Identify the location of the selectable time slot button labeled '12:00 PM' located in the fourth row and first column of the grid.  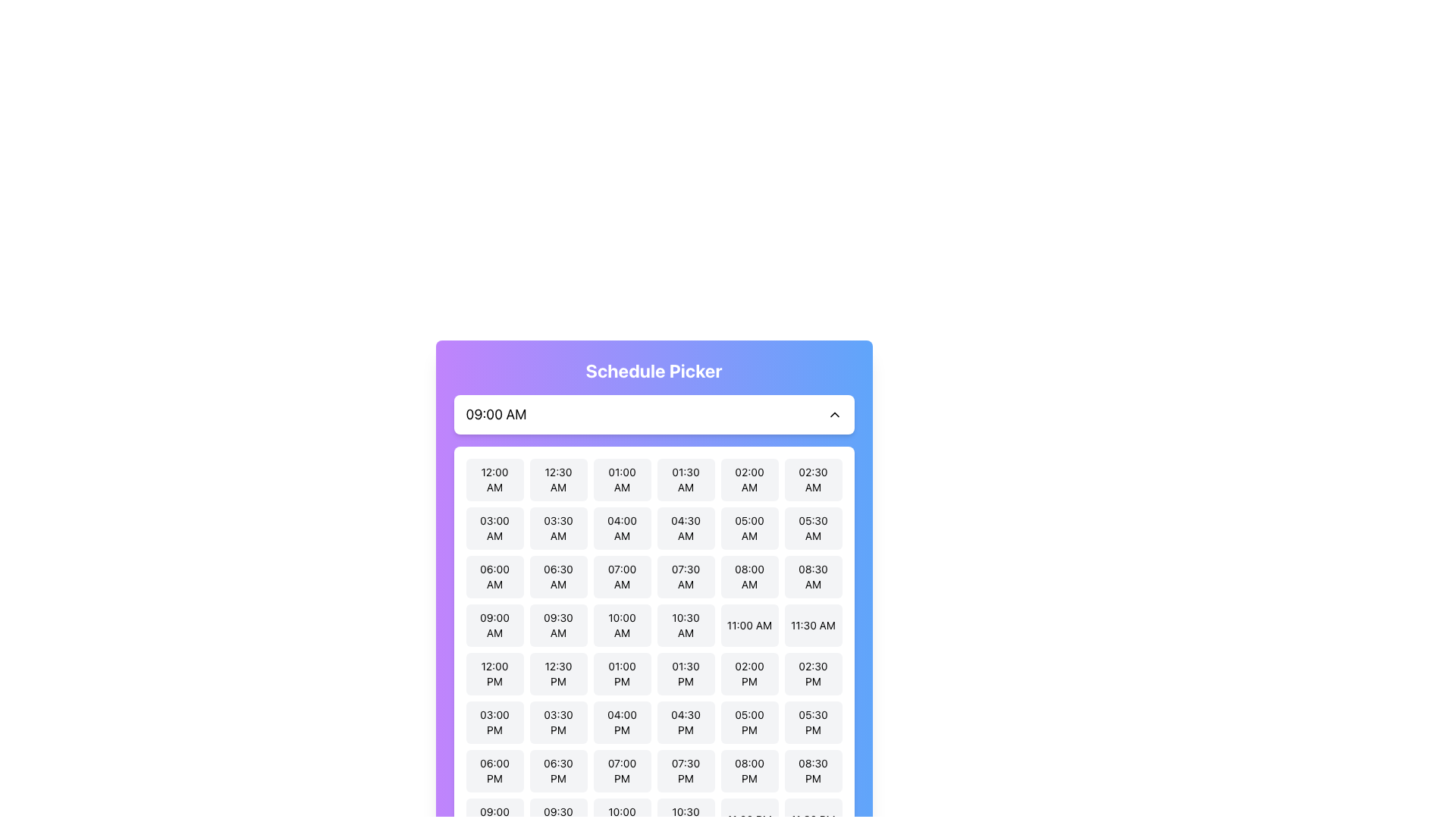
(494, 673).